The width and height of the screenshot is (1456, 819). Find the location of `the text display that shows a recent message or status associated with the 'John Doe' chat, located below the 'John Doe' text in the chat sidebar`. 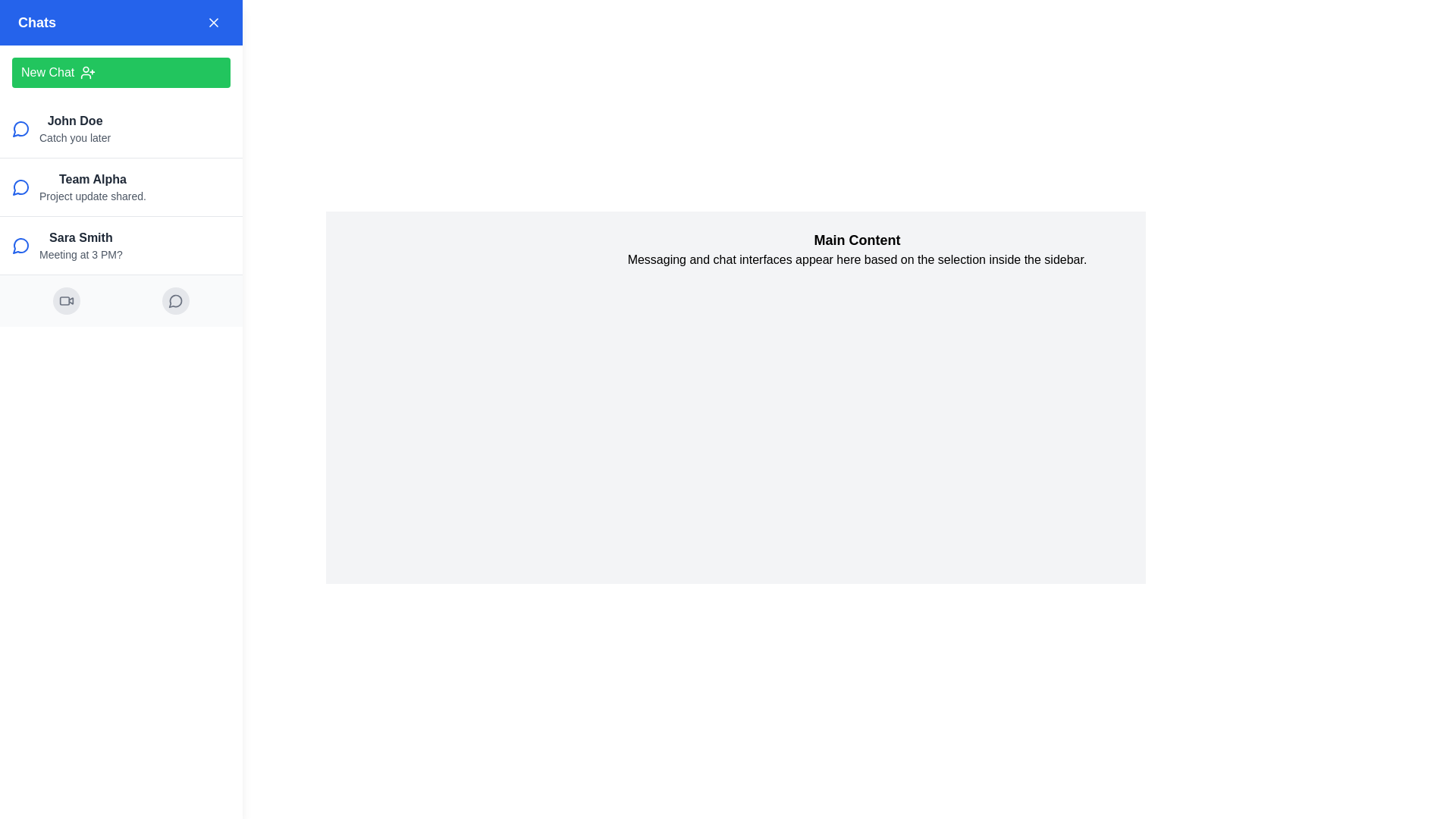

the text display that shows a recent message or status associated with the 'John Doe' chat, located below the 'John Doe' text in the chat sidebar is located at coordinates (74, 137).